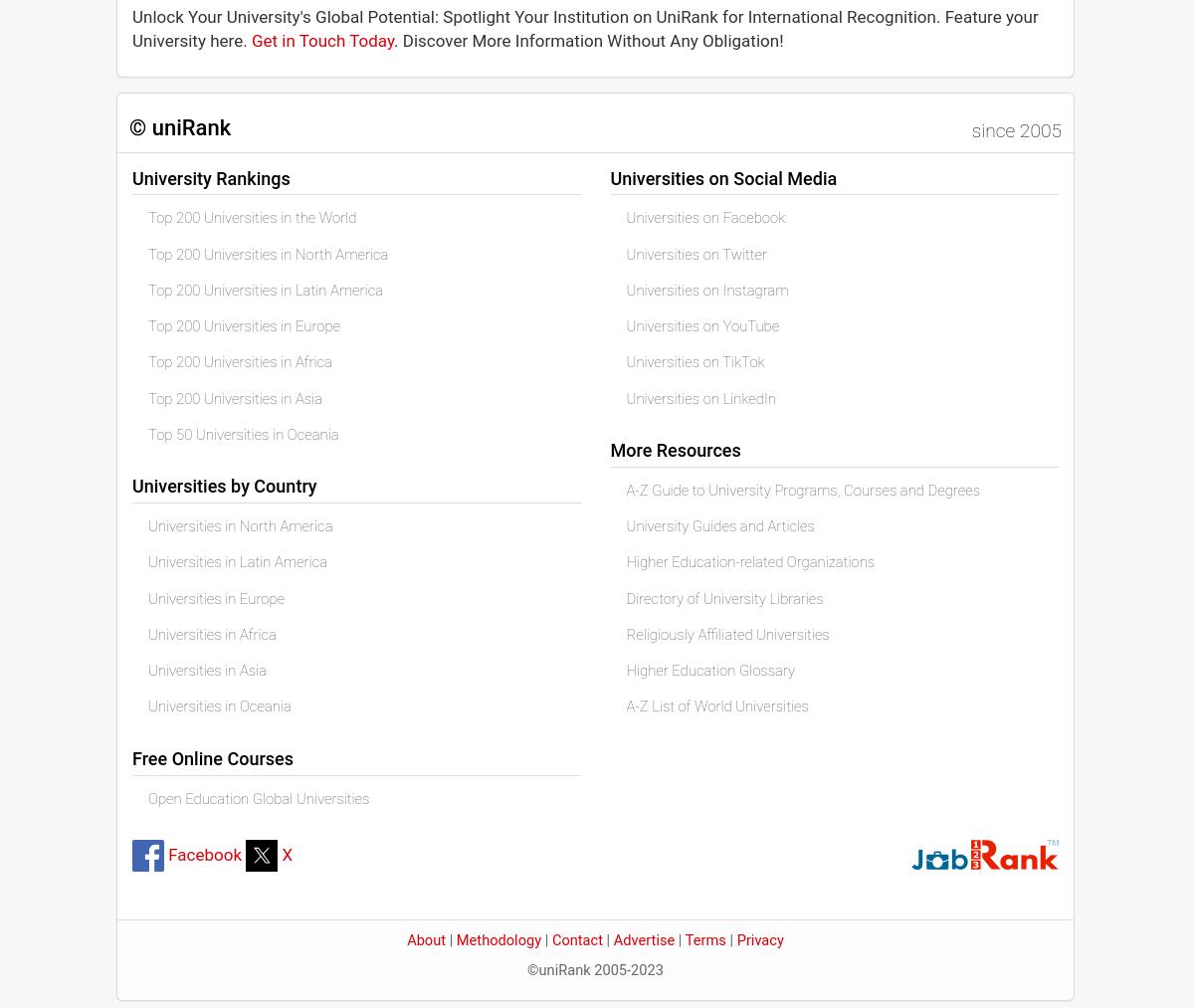  Describe the element at coordinates (716, 706) in the screenshot. I see `'A-Z List of World Universities'` at that location.